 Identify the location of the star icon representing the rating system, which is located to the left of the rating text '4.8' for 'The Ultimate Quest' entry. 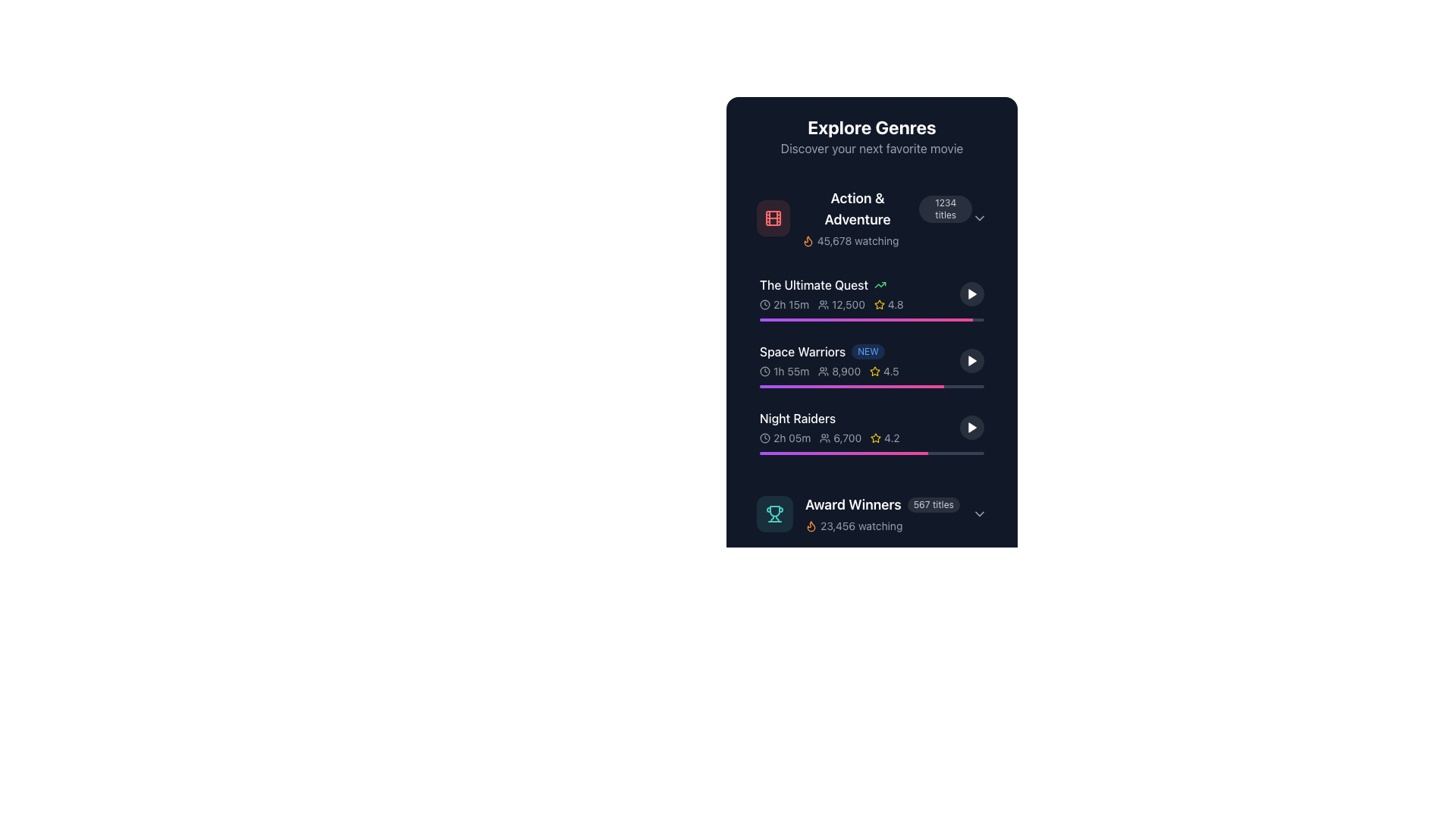
(879, 304).